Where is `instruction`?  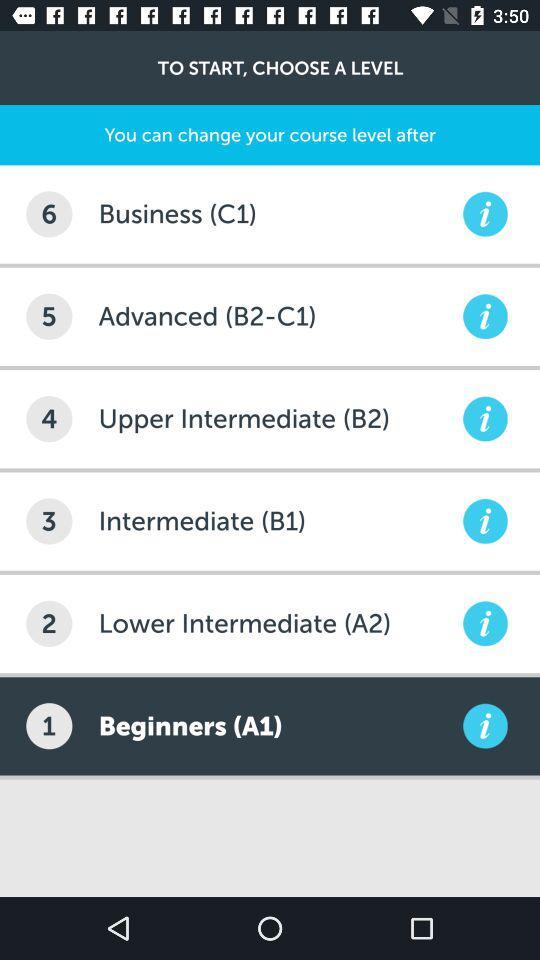 instruction is located at coordinates (484, 725).